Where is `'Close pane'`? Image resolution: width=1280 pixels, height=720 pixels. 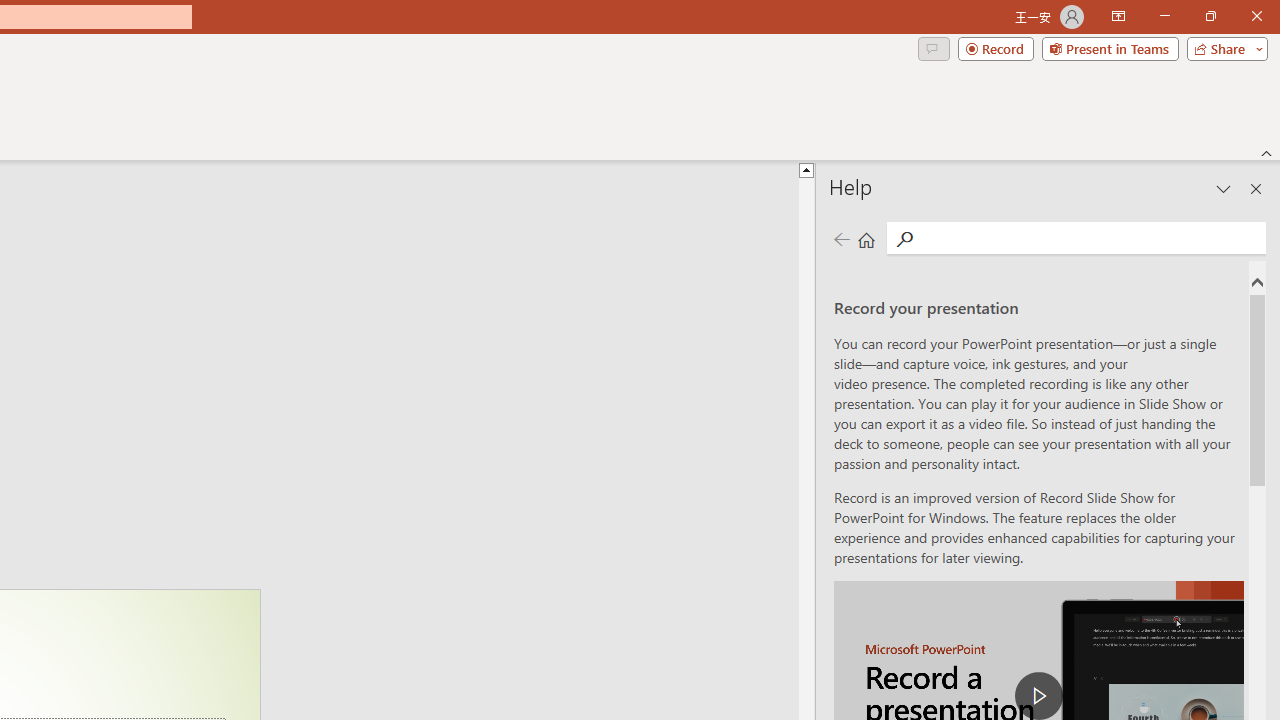 'Close pane' is located at coordinates (1255, 189).